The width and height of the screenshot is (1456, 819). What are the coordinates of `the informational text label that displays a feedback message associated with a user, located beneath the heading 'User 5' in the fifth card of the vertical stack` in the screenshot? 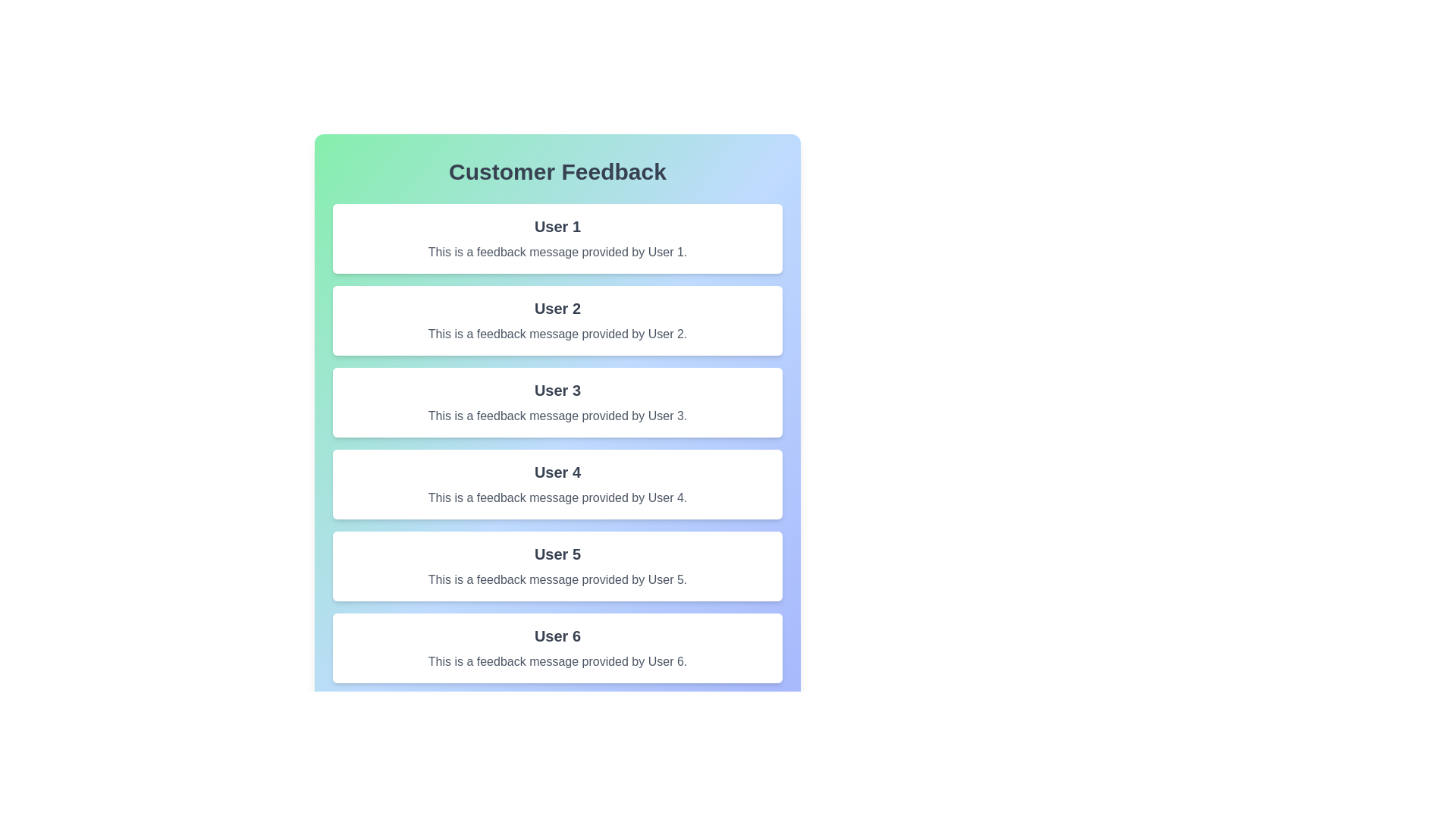 It's located at (557, 579).